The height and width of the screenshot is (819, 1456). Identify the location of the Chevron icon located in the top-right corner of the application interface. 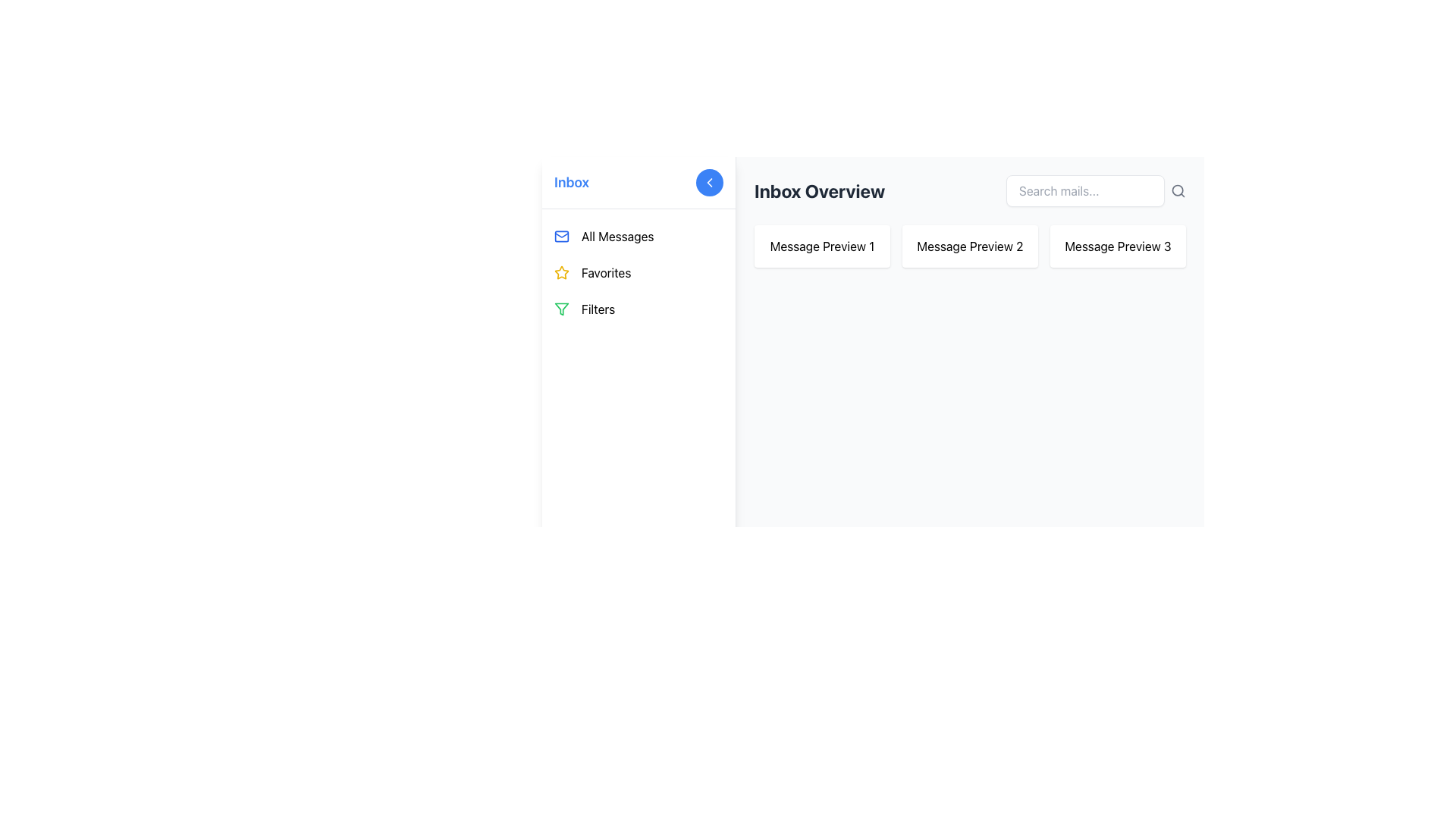
(709, 181).